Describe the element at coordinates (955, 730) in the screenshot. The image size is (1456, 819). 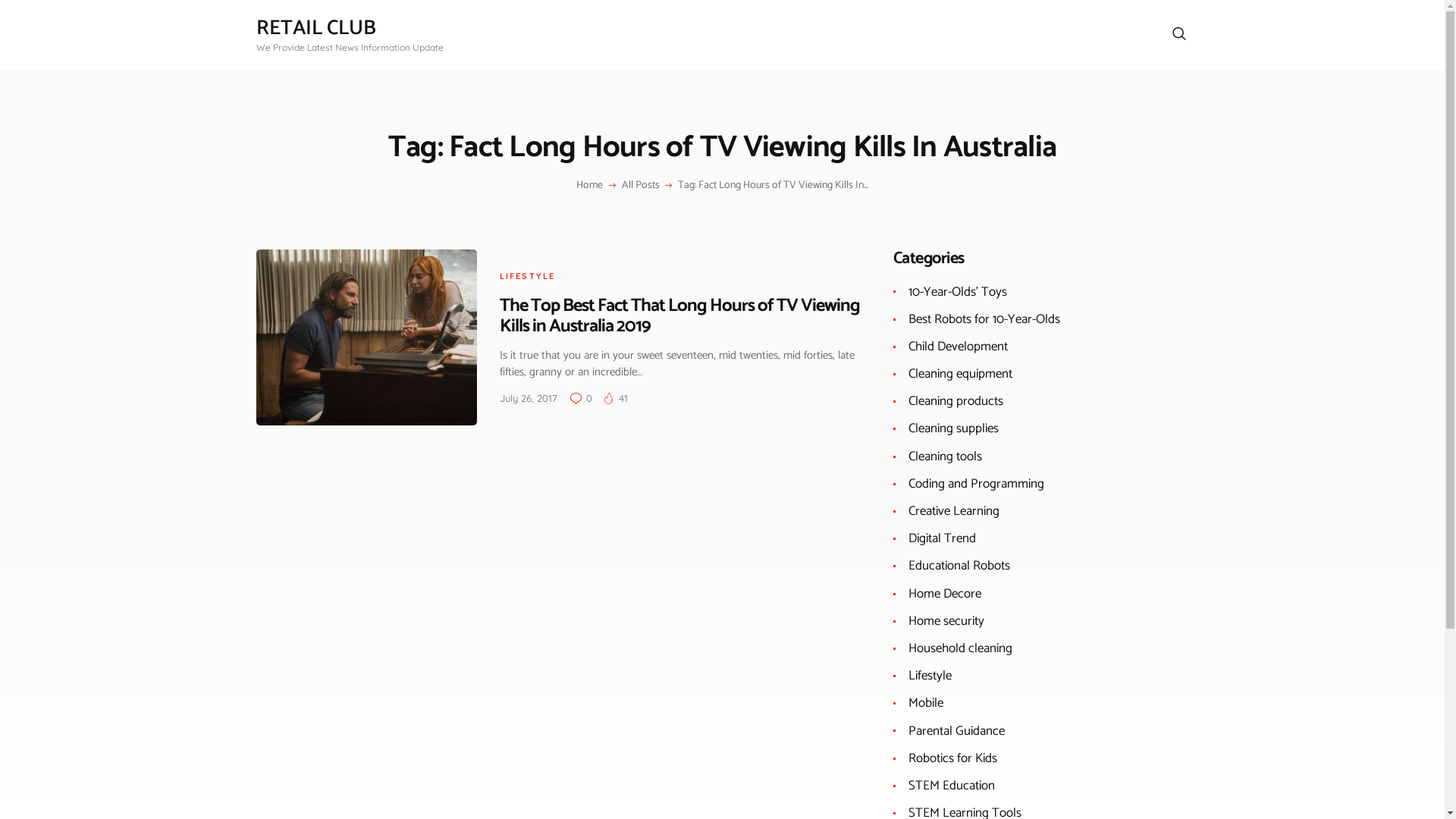
I see `'Parental Guidance'` at that location.